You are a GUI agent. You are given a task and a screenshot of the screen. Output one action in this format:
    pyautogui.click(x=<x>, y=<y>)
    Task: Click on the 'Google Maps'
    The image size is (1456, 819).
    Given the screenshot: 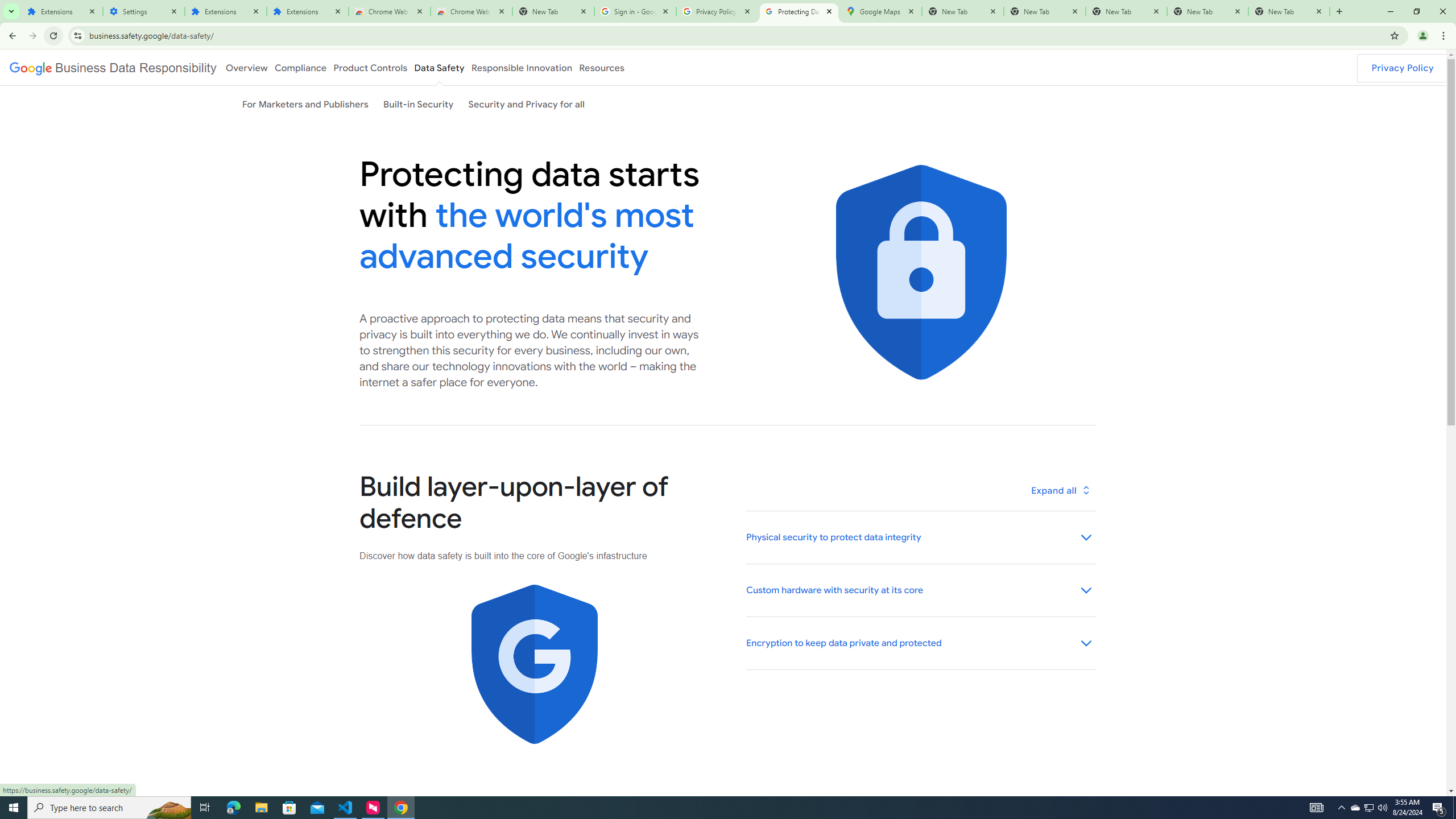 What is the action you would take?
    pyautogui.click(x=880, y=11)
    